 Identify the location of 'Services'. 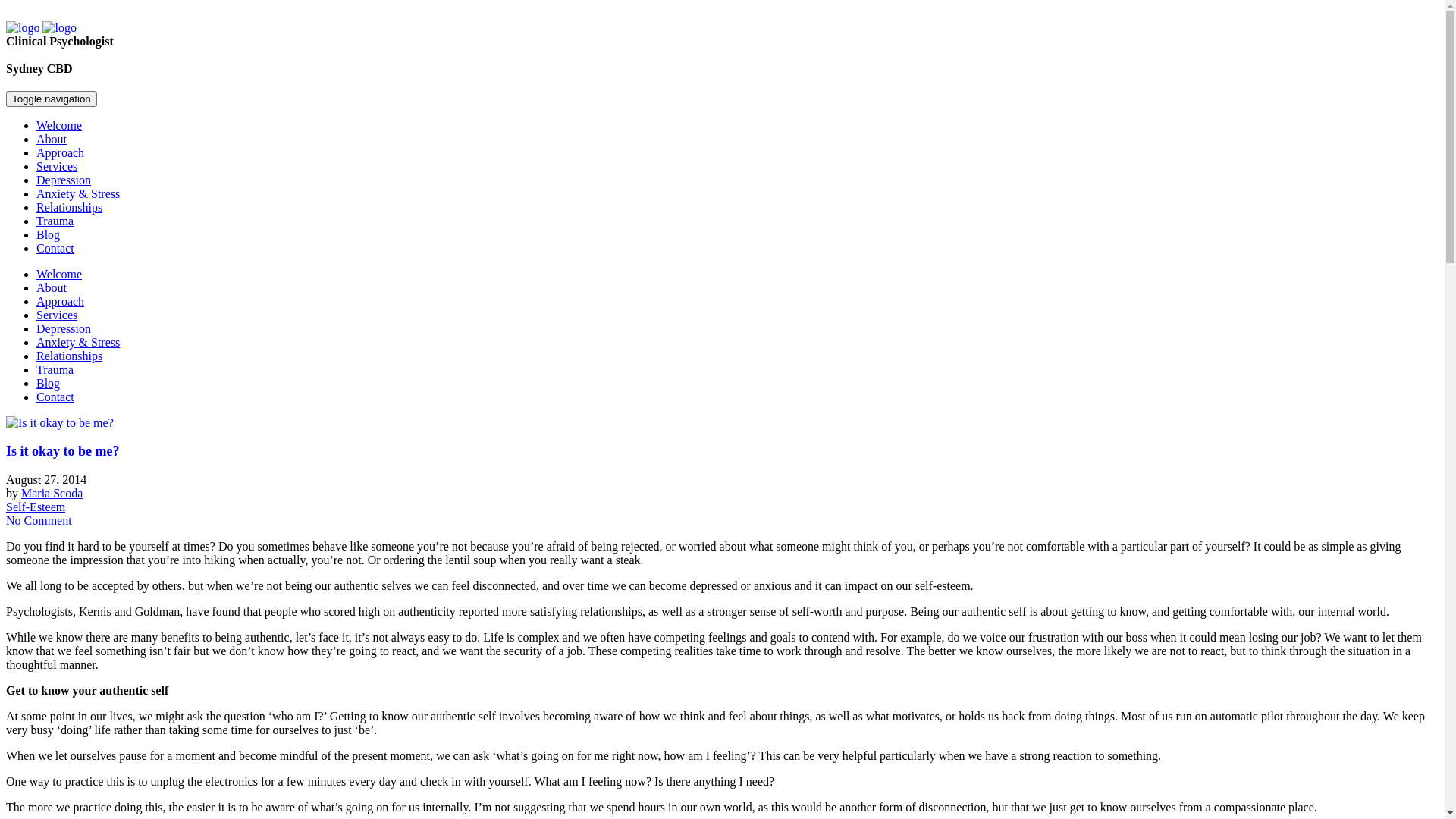
(57, 166).